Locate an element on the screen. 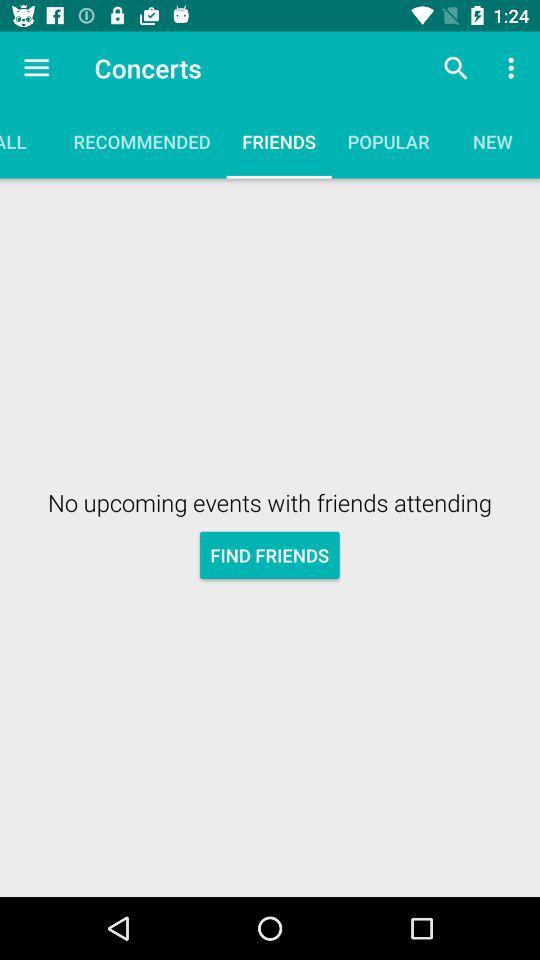 This screenshot has width=540, height=960. find friends item is located at coordinates (269, 555).